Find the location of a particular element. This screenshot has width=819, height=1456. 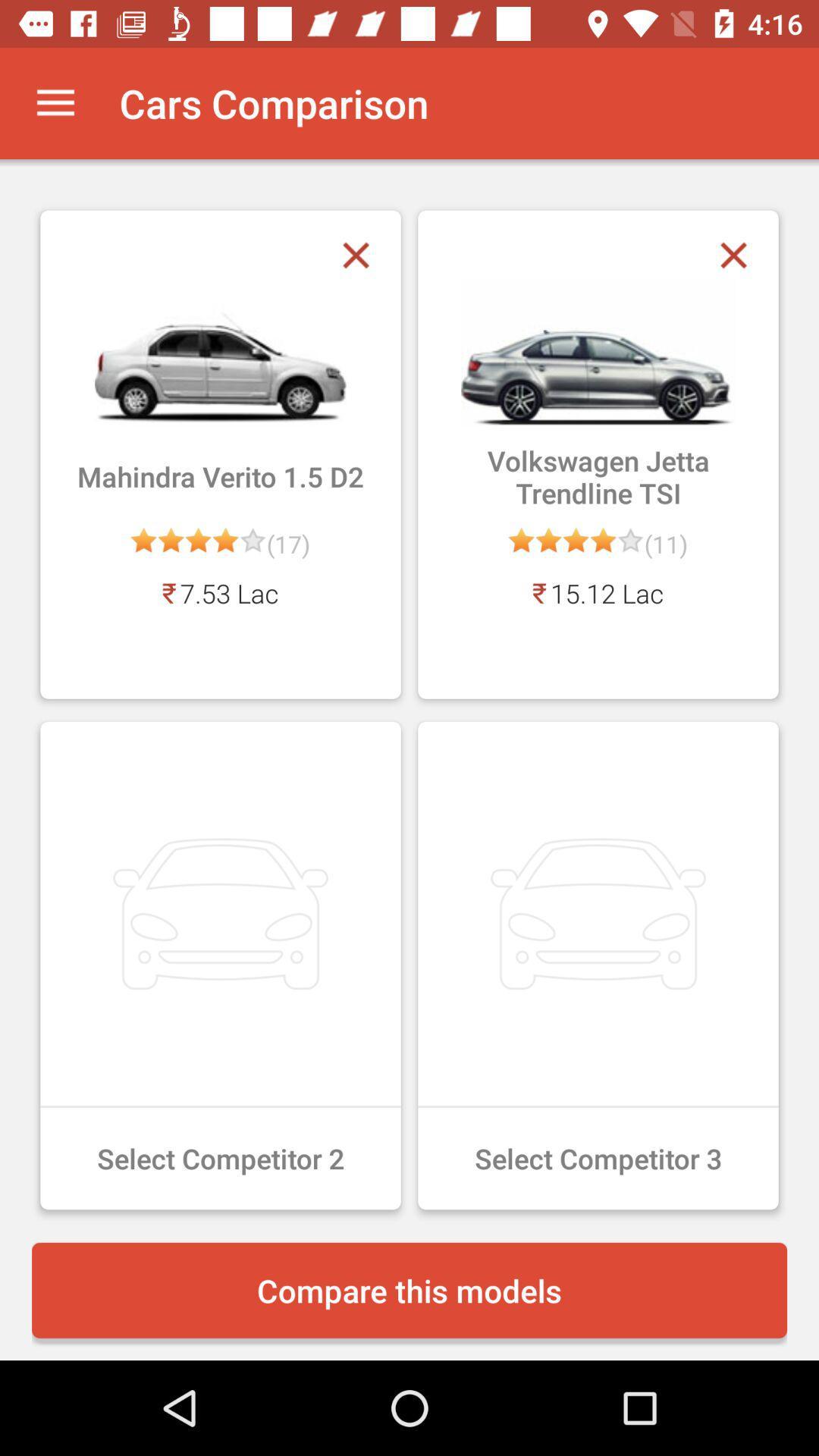

compare this models icon is located at coordinates (409, 1289).